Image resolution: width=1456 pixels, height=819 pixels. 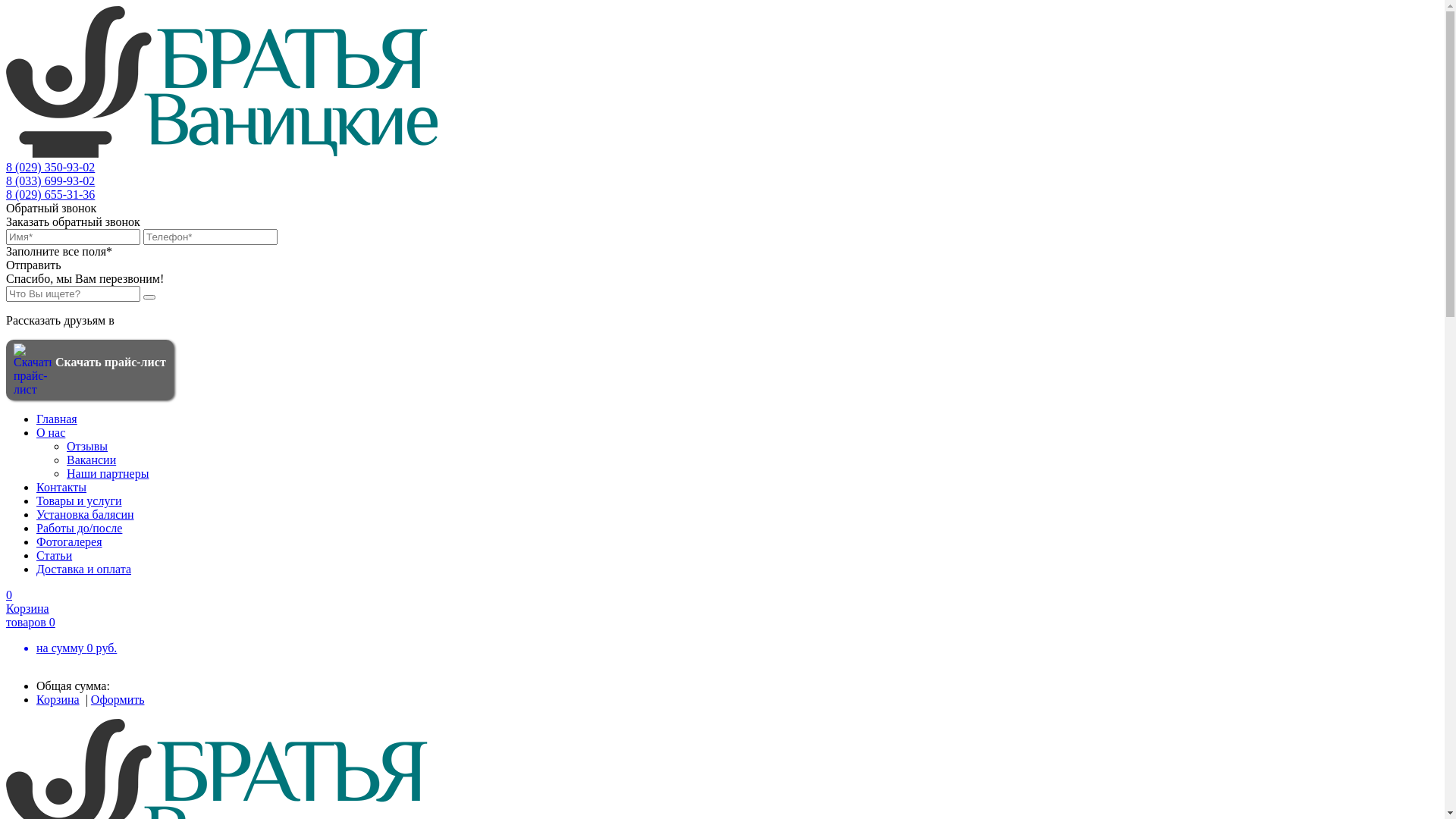 What do you see at coordinates (50, 167) in the screenshot?
I see `'8 (029) 350-93-02'` at bounding box center [50, 167].